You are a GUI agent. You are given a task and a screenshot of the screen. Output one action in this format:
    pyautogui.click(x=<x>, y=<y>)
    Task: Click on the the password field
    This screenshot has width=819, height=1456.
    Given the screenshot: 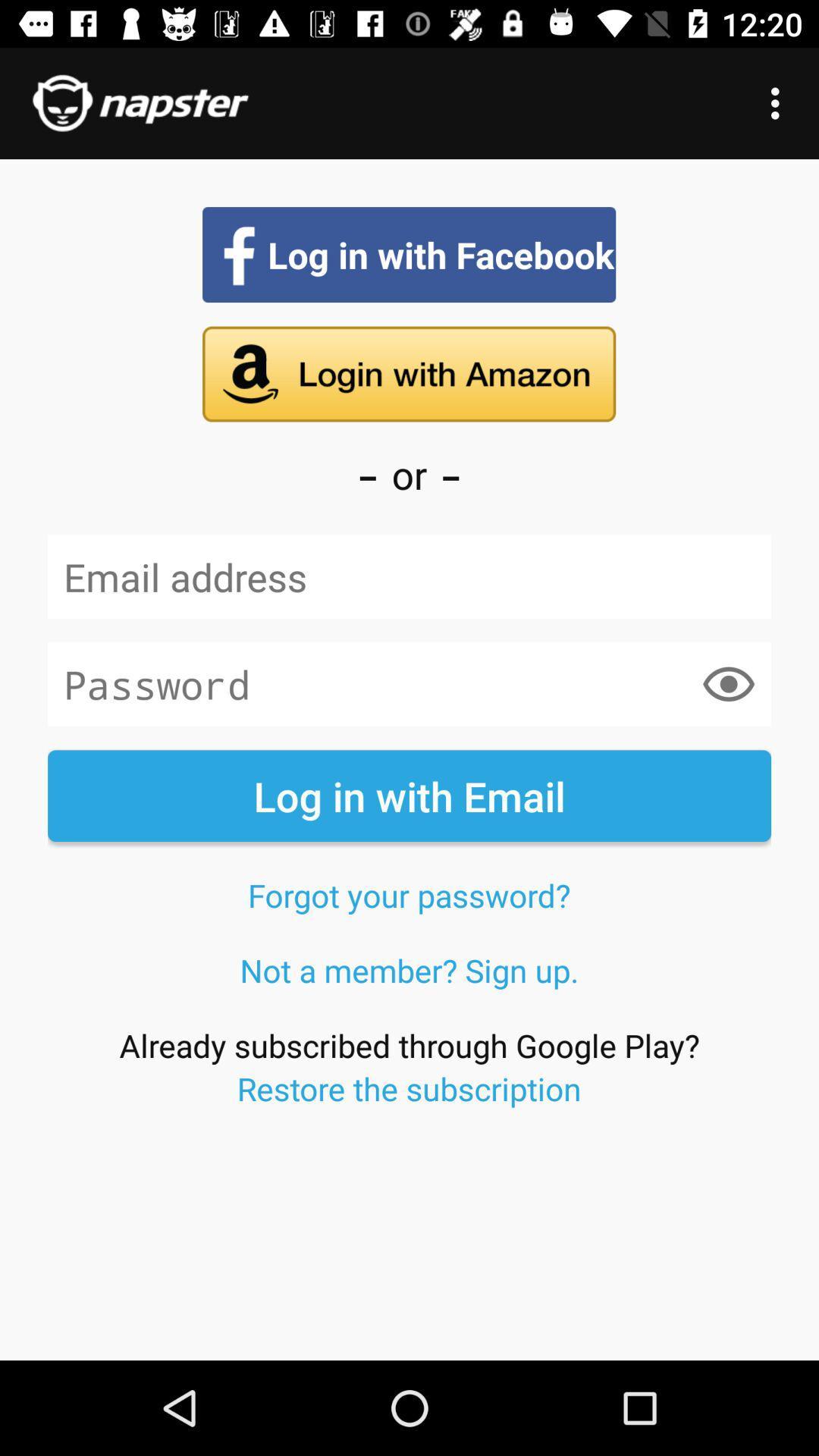 What is the action you would take?
    pyautogui.click(x=409, y=683)
    